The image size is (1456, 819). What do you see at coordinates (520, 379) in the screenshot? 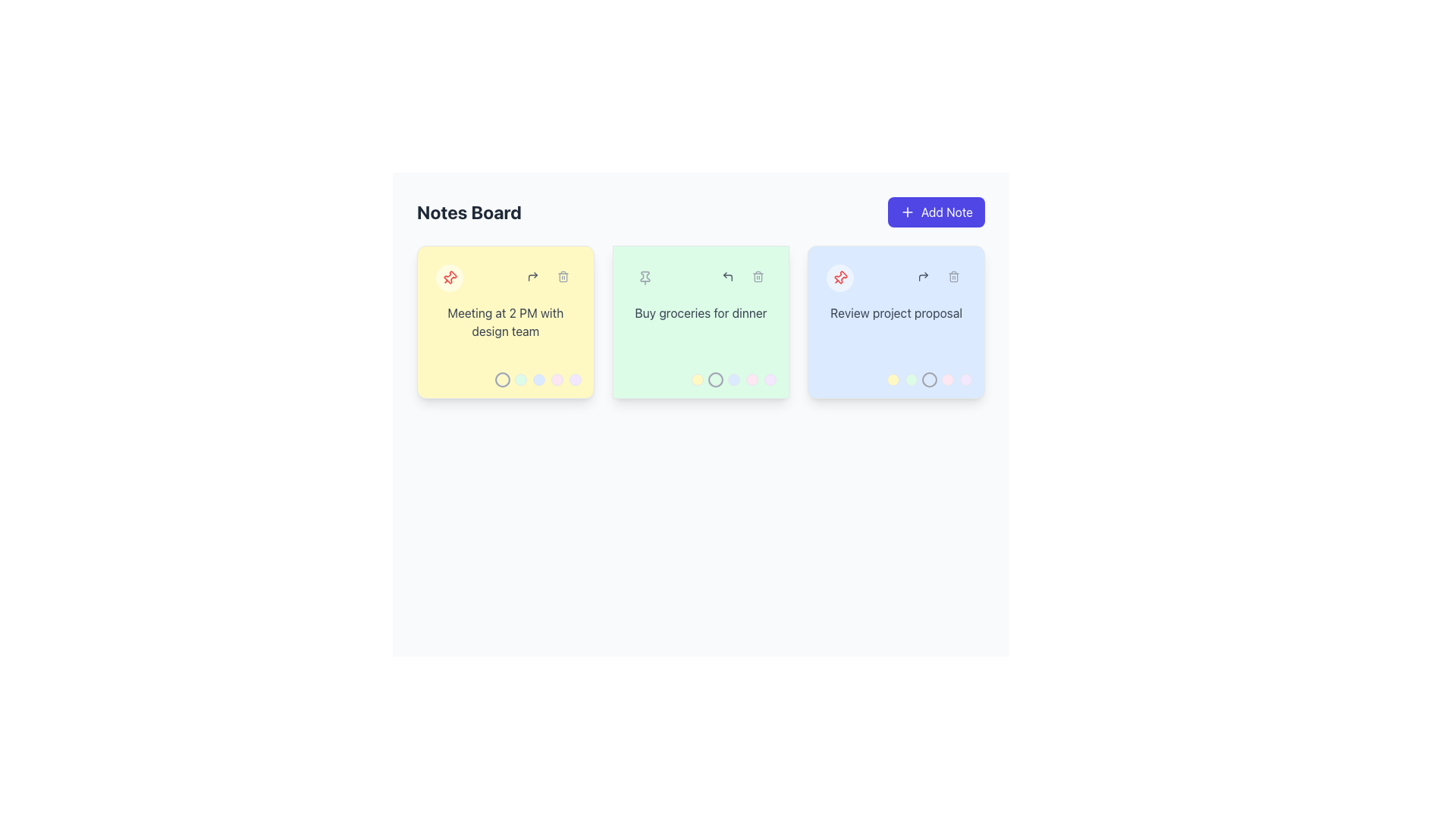
I see `the second circular selectable icon with a light green background and thin gray border located at the bottom-right corner of the yellow card titled 'Meeting at 2 PM with design team.'` at bounding box center [520, 379].